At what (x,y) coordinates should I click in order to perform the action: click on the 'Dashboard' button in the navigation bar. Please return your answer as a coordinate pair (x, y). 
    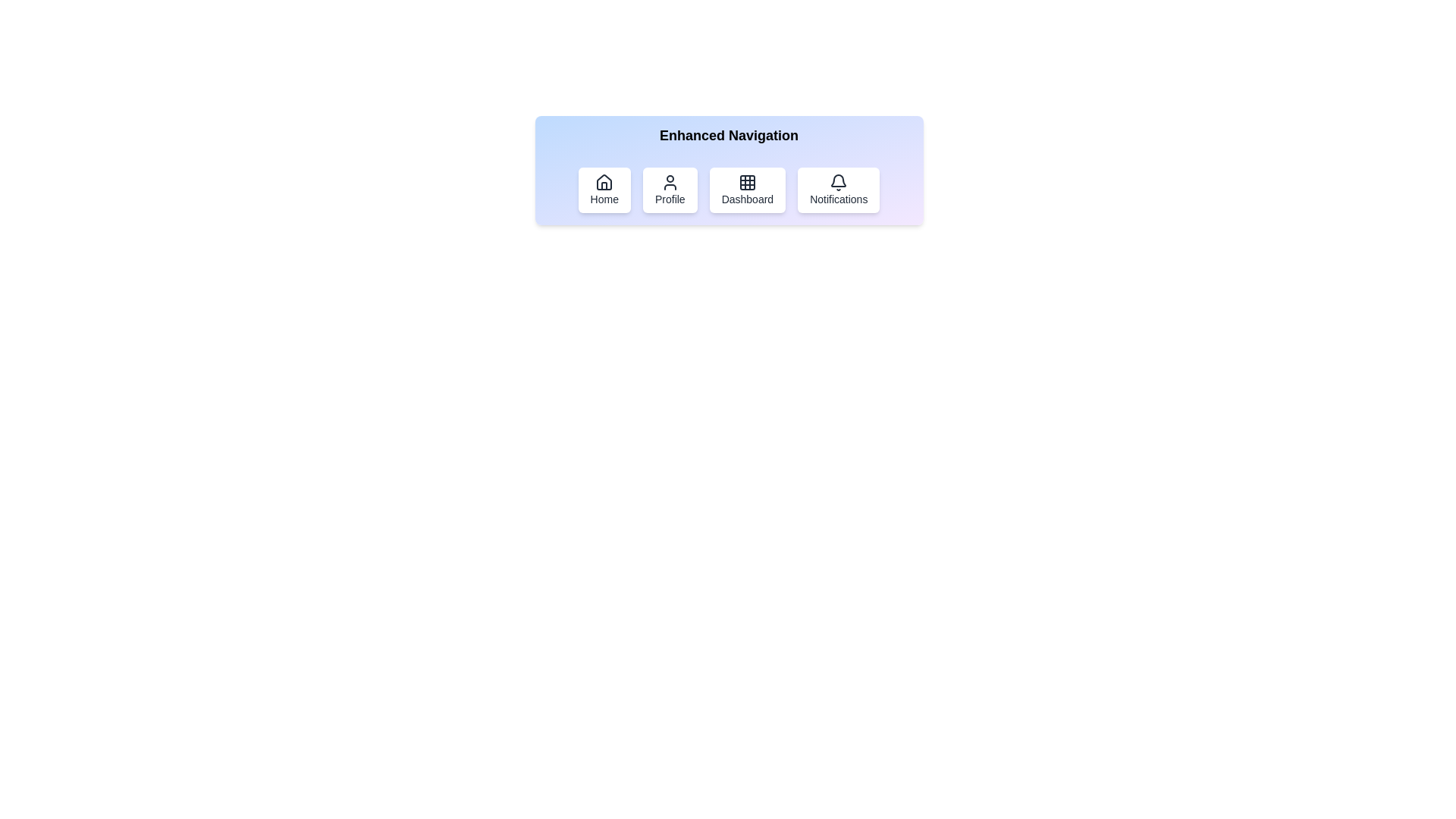
    Looking at the image, I should click on (729, 170).